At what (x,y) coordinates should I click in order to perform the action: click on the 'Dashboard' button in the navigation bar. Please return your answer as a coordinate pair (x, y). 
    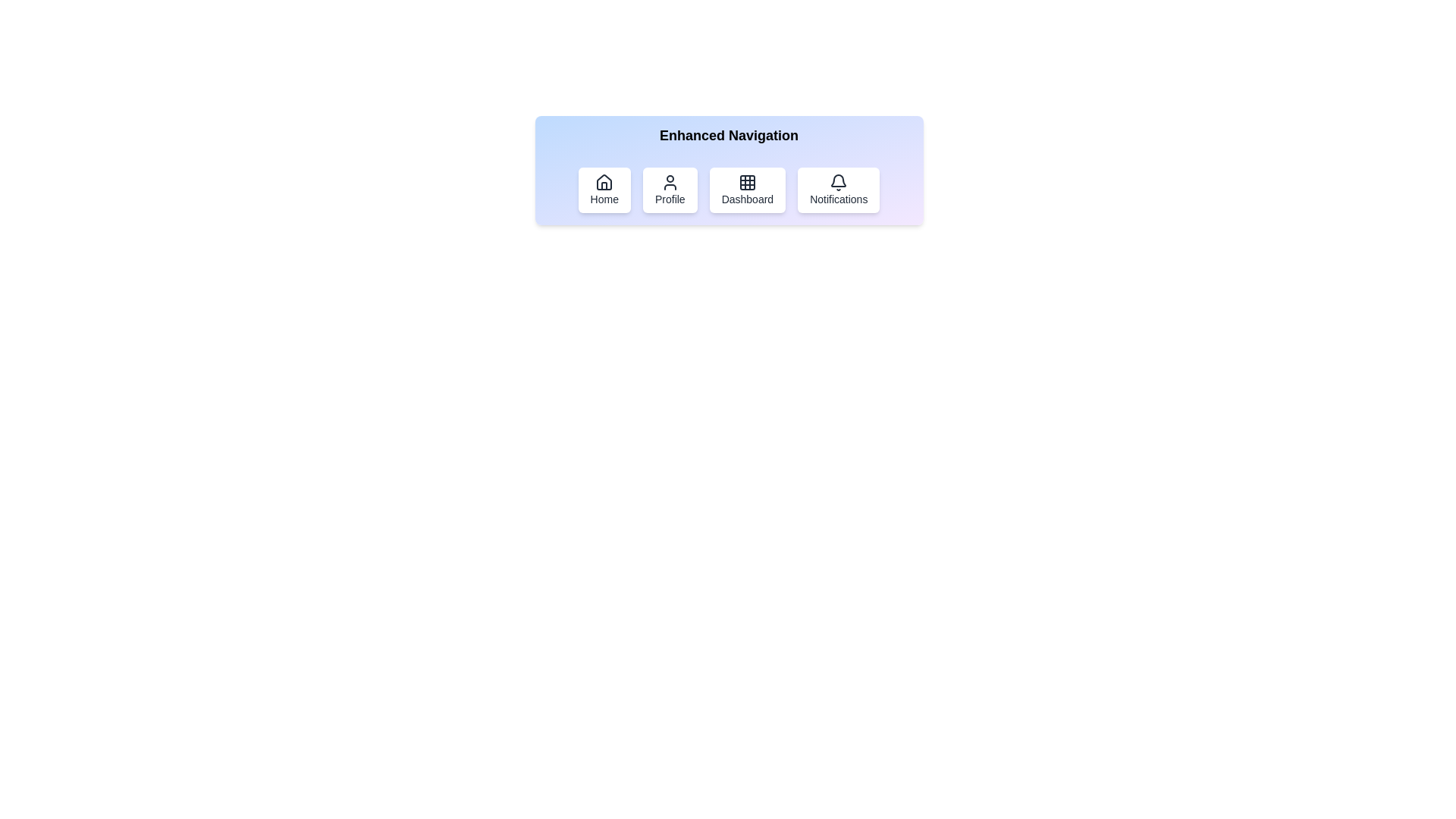
    Looking at the image, I should click on (729, 170).